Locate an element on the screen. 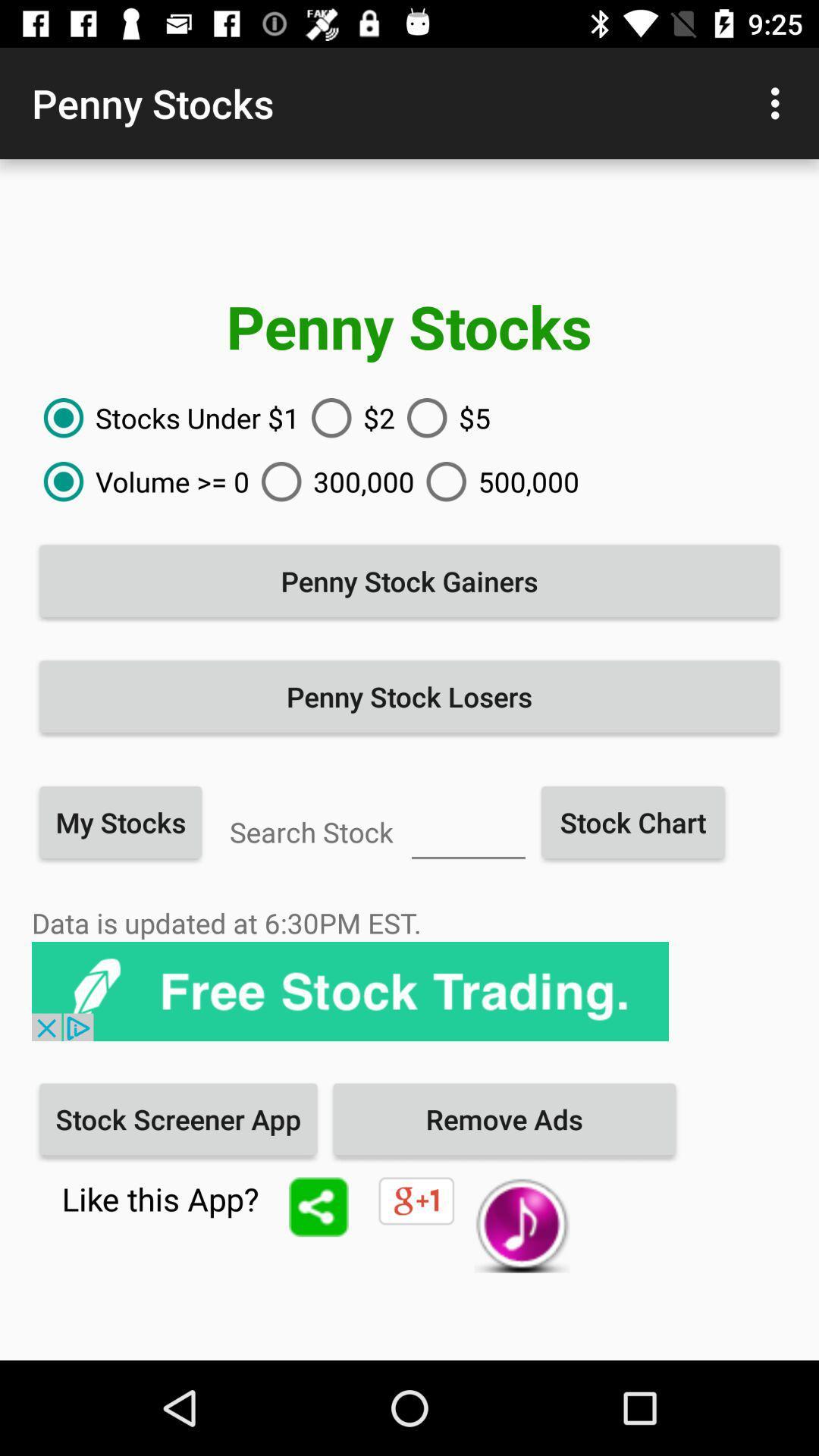 The width and height of the screenshot is (819, 1456). share app is located at coordinates (318, 1206).